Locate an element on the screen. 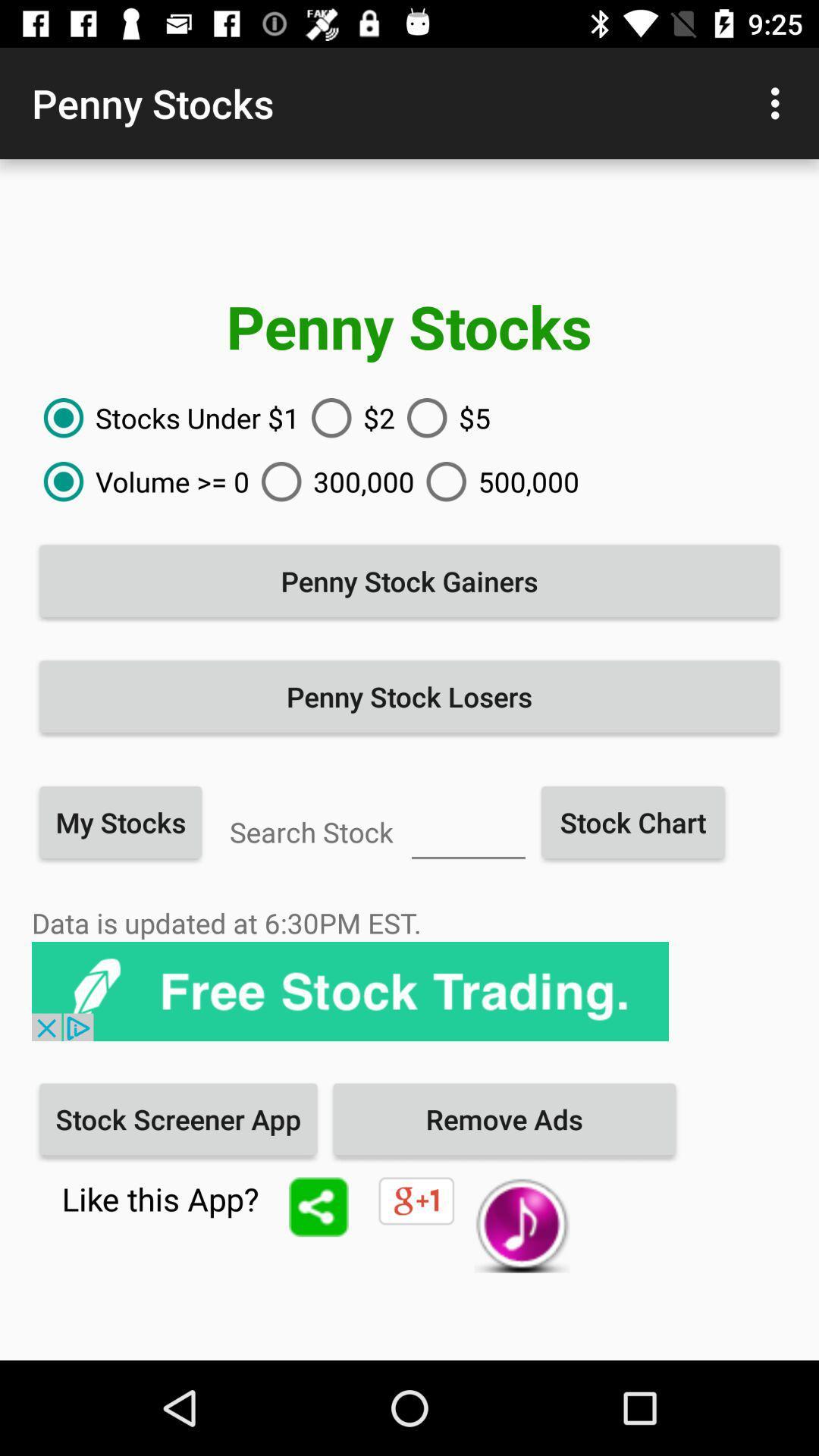 The width and height of the screenshot is (819, 1456). share app is located at coordinates (318, 1206).